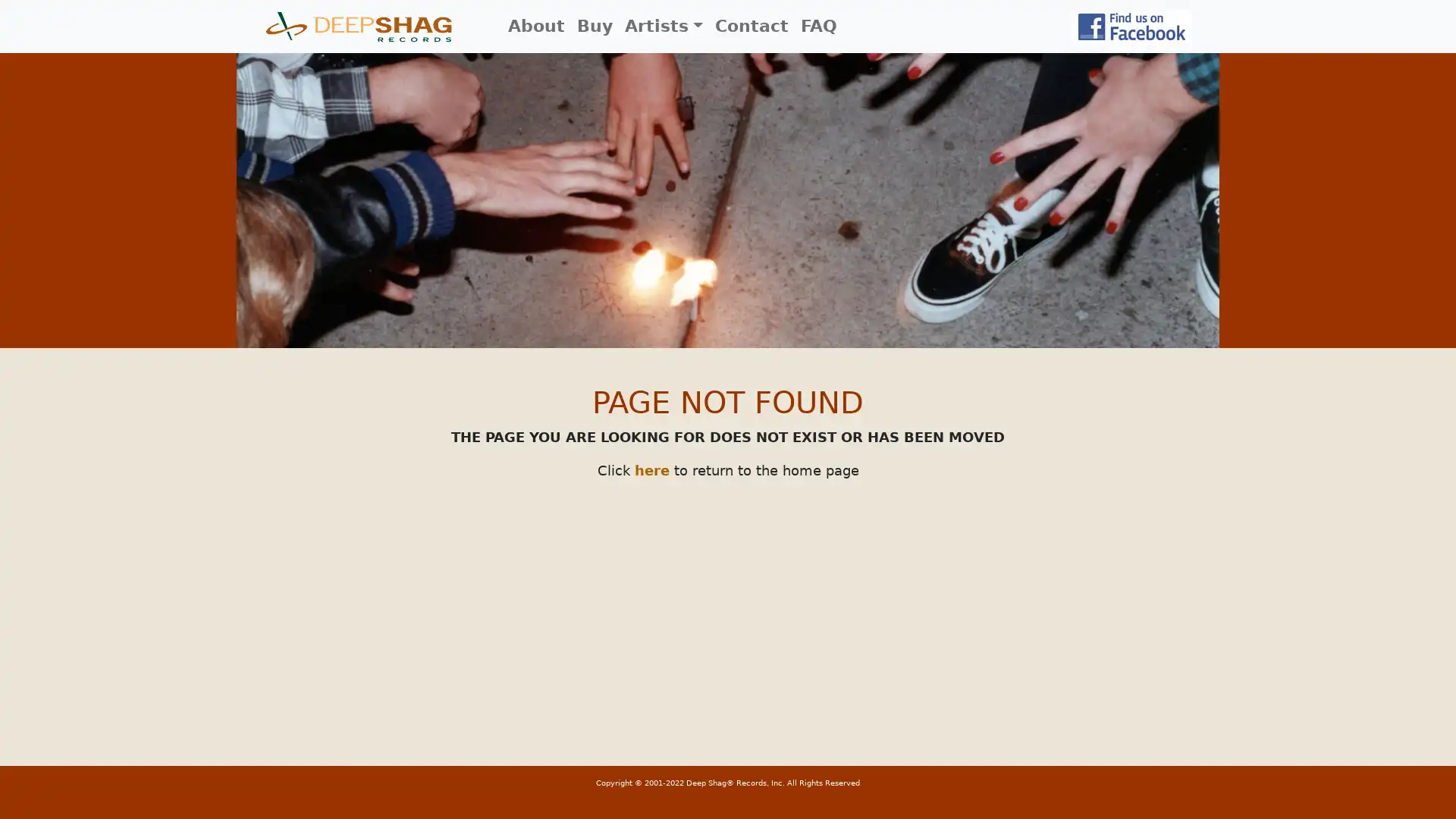 This screenshot has width=1456, height=819. What do you see at coordinates (663, 26) in the screenshot?
I see `Artists` at bounding box center [663, 26].